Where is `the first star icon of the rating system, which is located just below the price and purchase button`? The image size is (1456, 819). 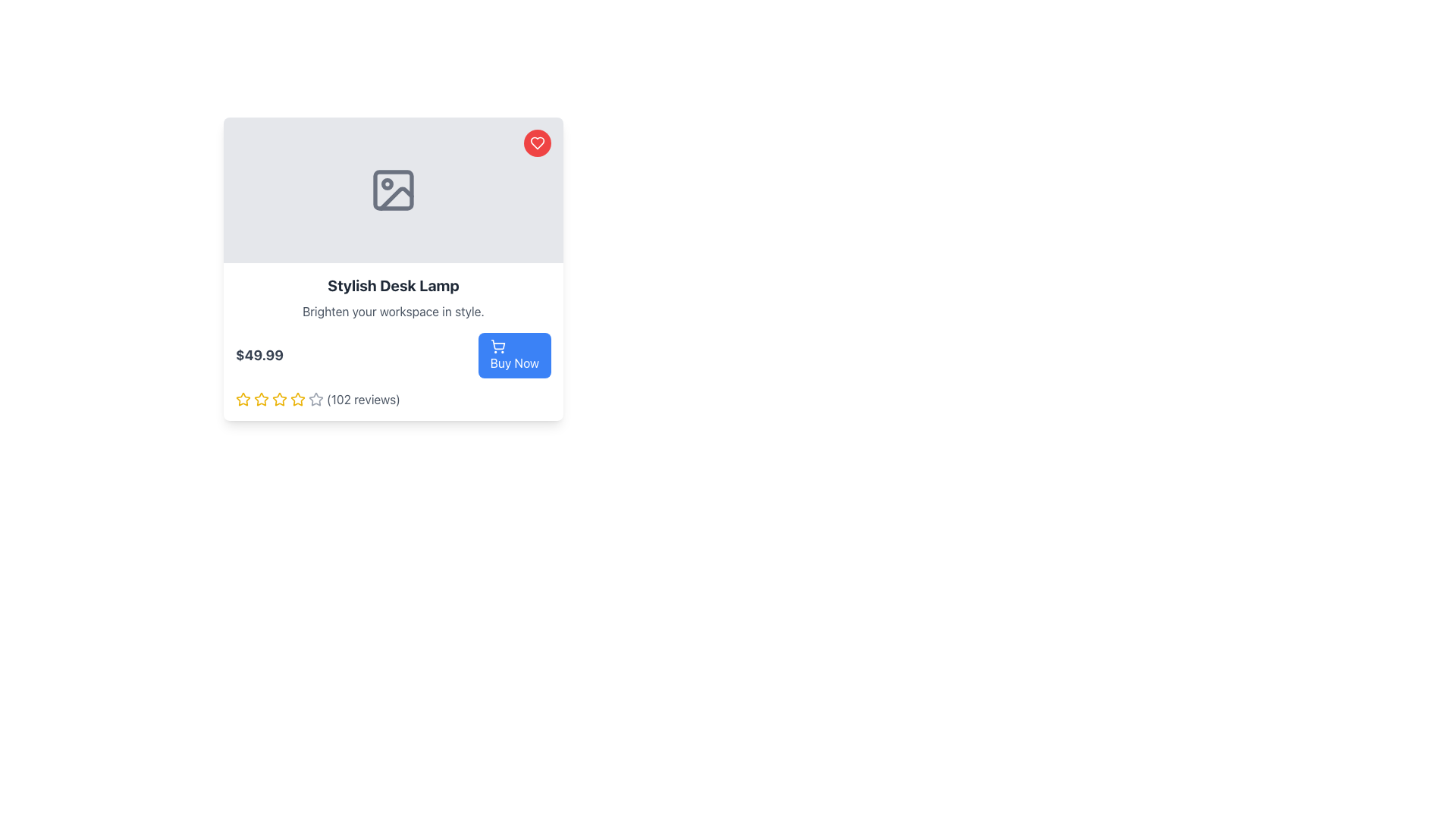
the first star icon of the rating system, which is located just below the price and purchase button is located at coordinates (243, 399).